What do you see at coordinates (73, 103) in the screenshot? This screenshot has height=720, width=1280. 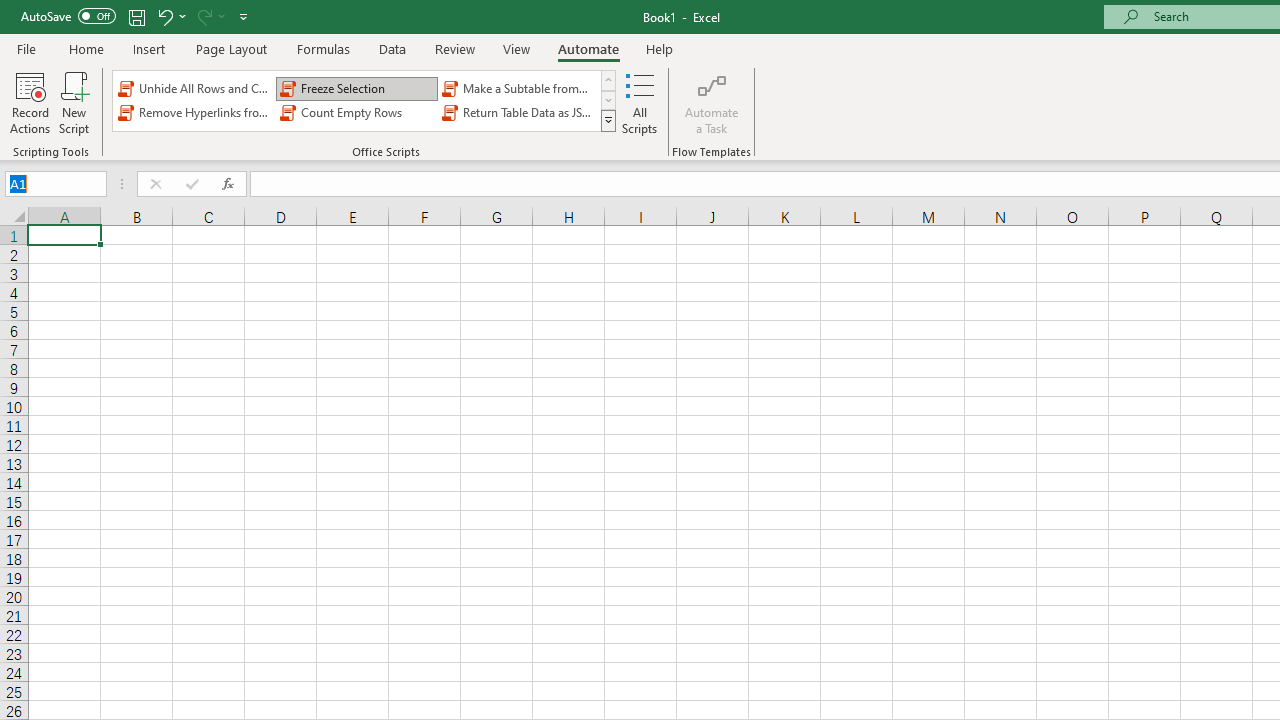 I see `'New Script'` at bounding box center [73, 103].